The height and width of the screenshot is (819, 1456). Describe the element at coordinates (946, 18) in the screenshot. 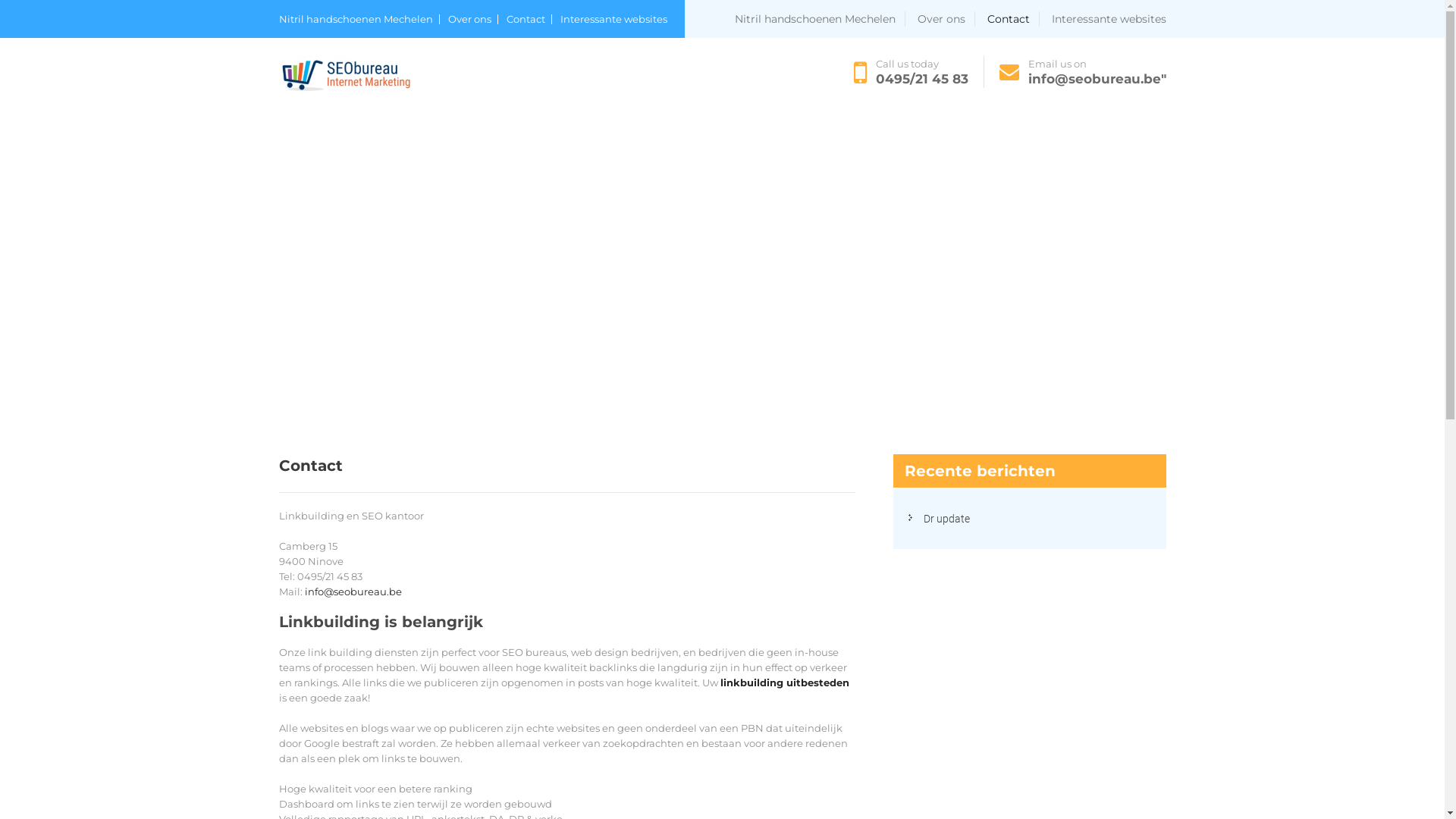

I see `'Over ons'` at that location.